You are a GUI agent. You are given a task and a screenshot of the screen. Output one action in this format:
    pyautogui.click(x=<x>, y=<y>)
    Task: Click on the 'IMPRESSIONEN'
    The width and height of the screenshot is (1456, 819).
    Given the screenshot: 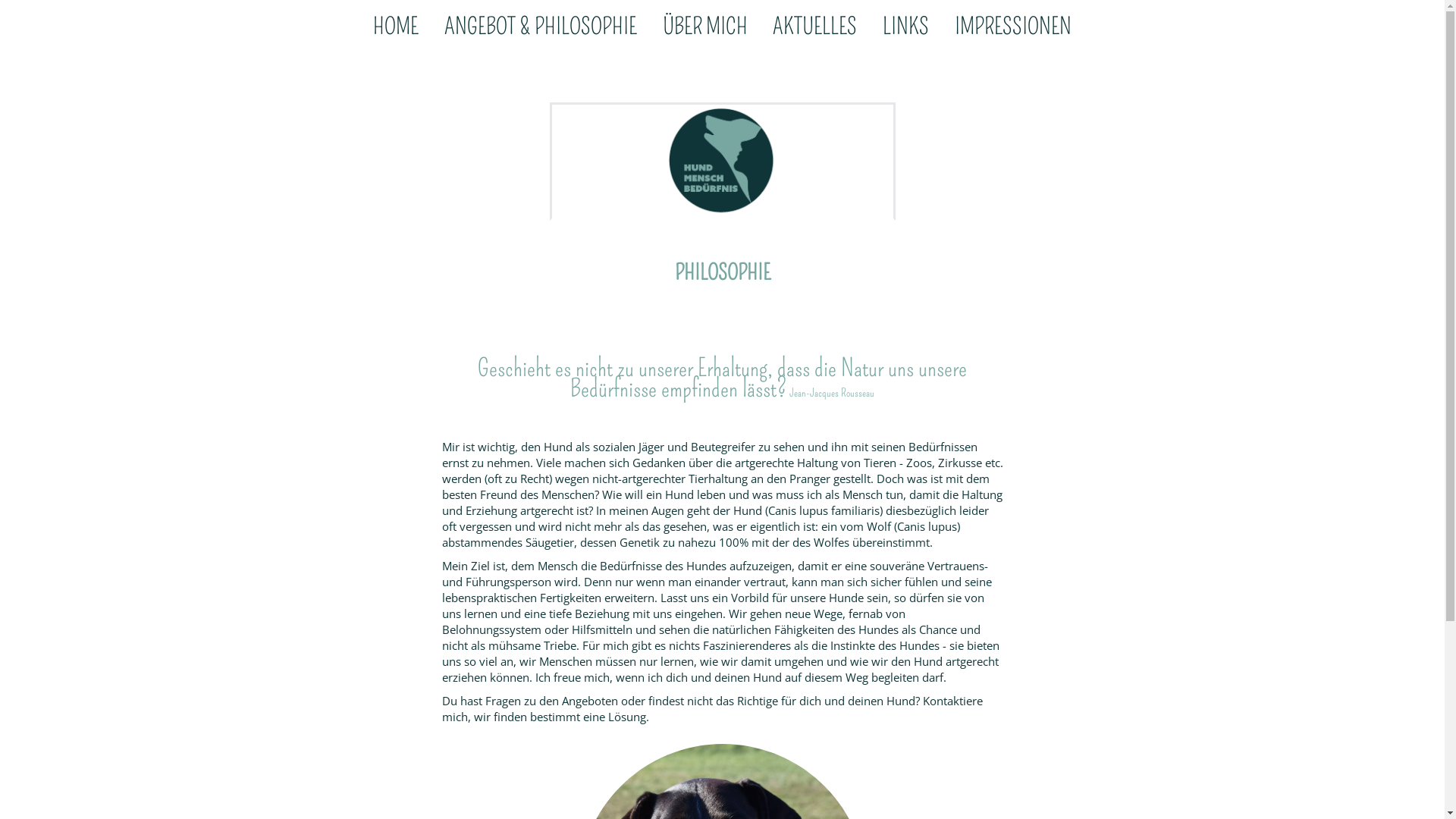 What is the action you would take?
    pyautogui.click(x=1012, y=28)
    